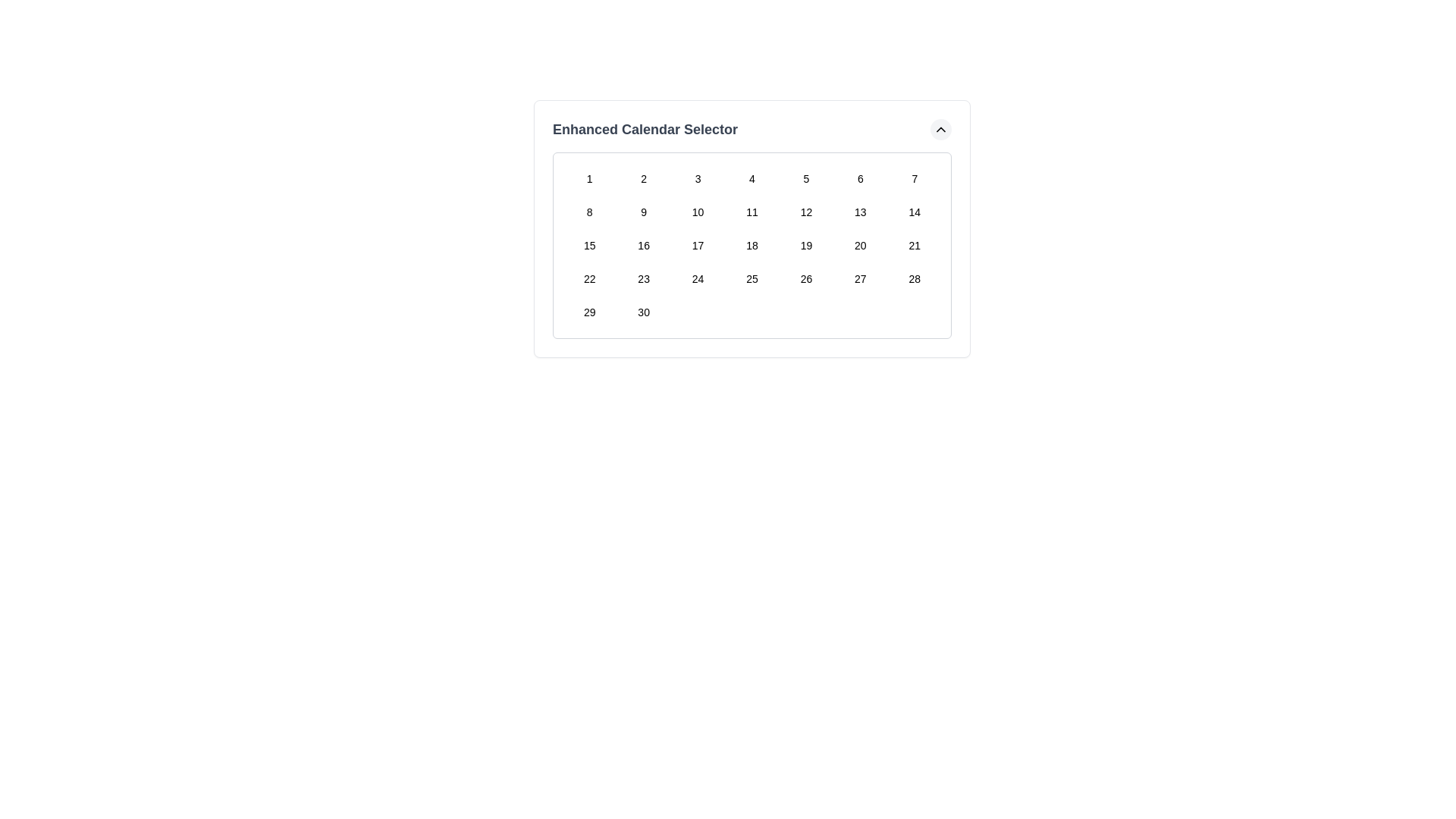  Describe the element at coordinates (644, 278) in the screenshot. I see `the button representing the 23rd day in the calendar interface` at that location.